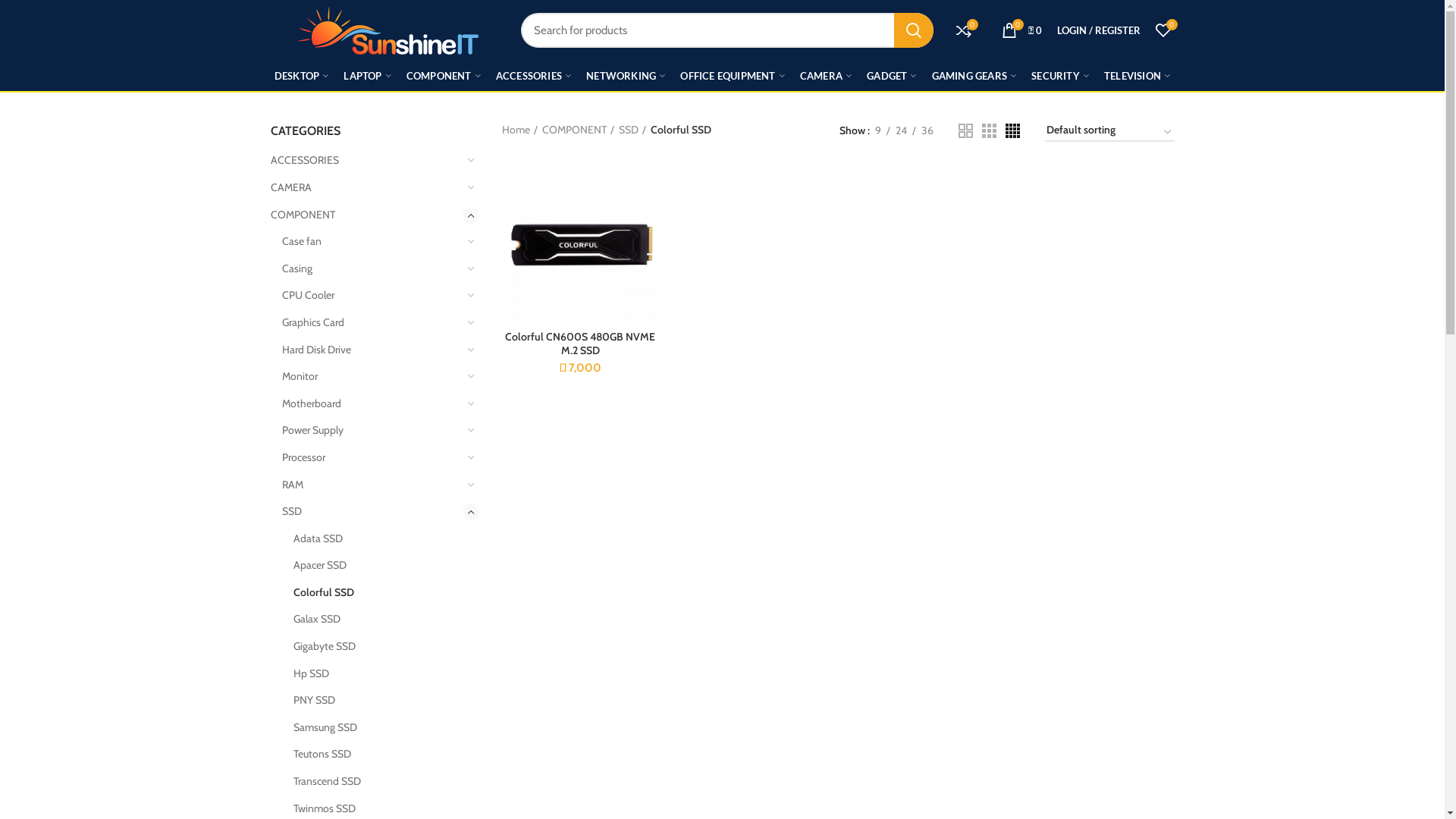  What do you see at coordinates (269, 187) in the screenshot?
I see `'CAMERA'` at bounding box center [269, 187].